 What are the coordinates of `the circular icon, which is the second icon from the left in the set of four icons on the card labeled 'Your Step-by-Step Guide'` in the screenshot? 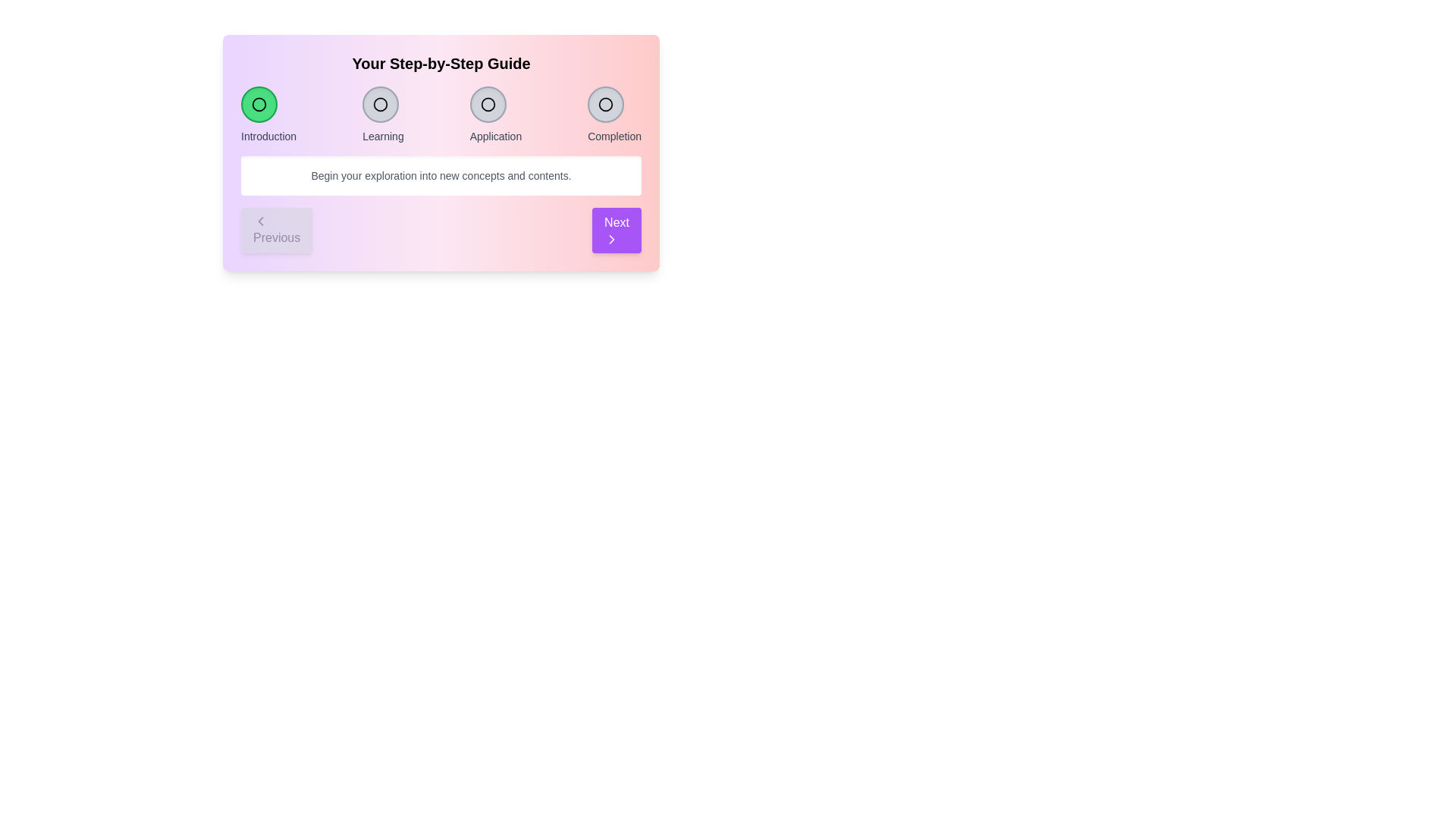 It's located at (381, 104).